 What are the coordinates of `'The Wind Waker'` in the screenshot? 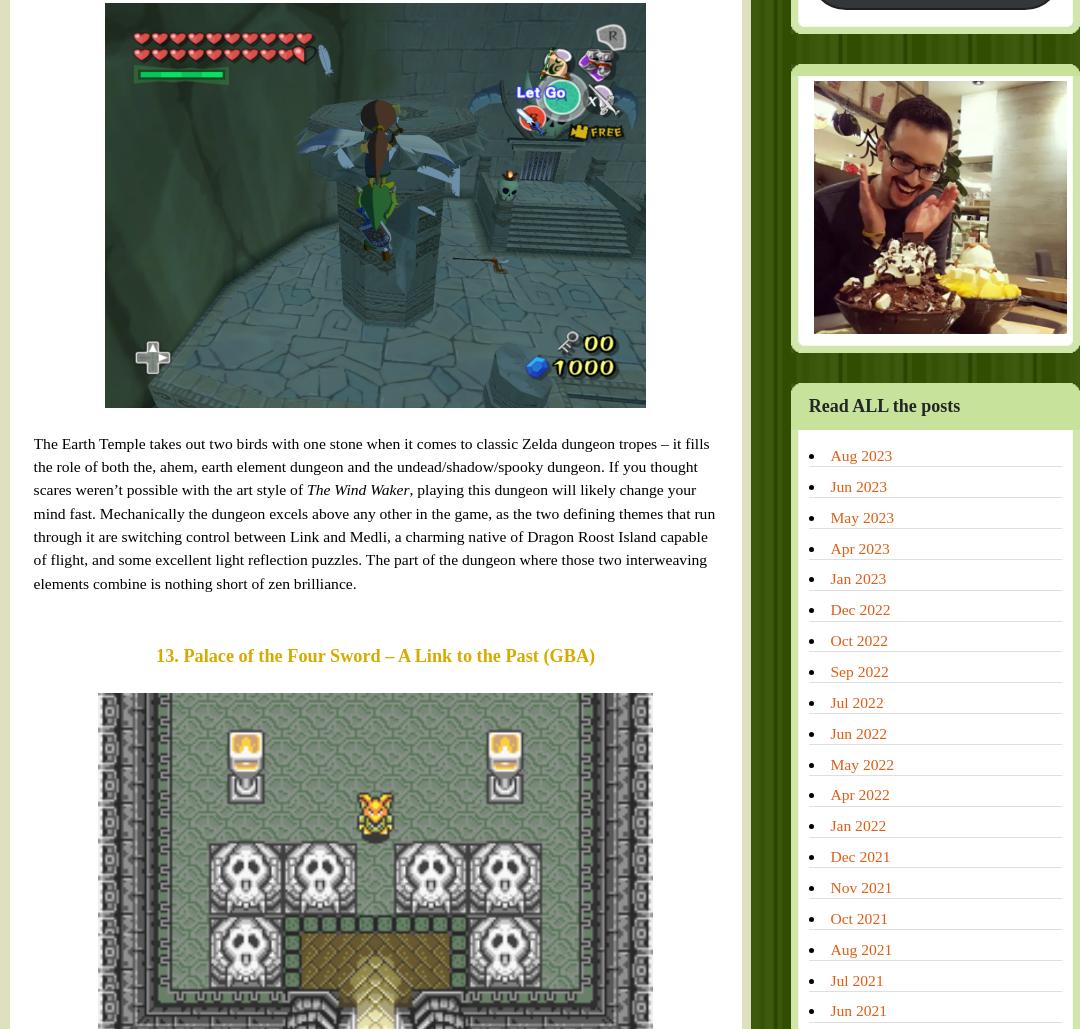 It's located at (297, 65).